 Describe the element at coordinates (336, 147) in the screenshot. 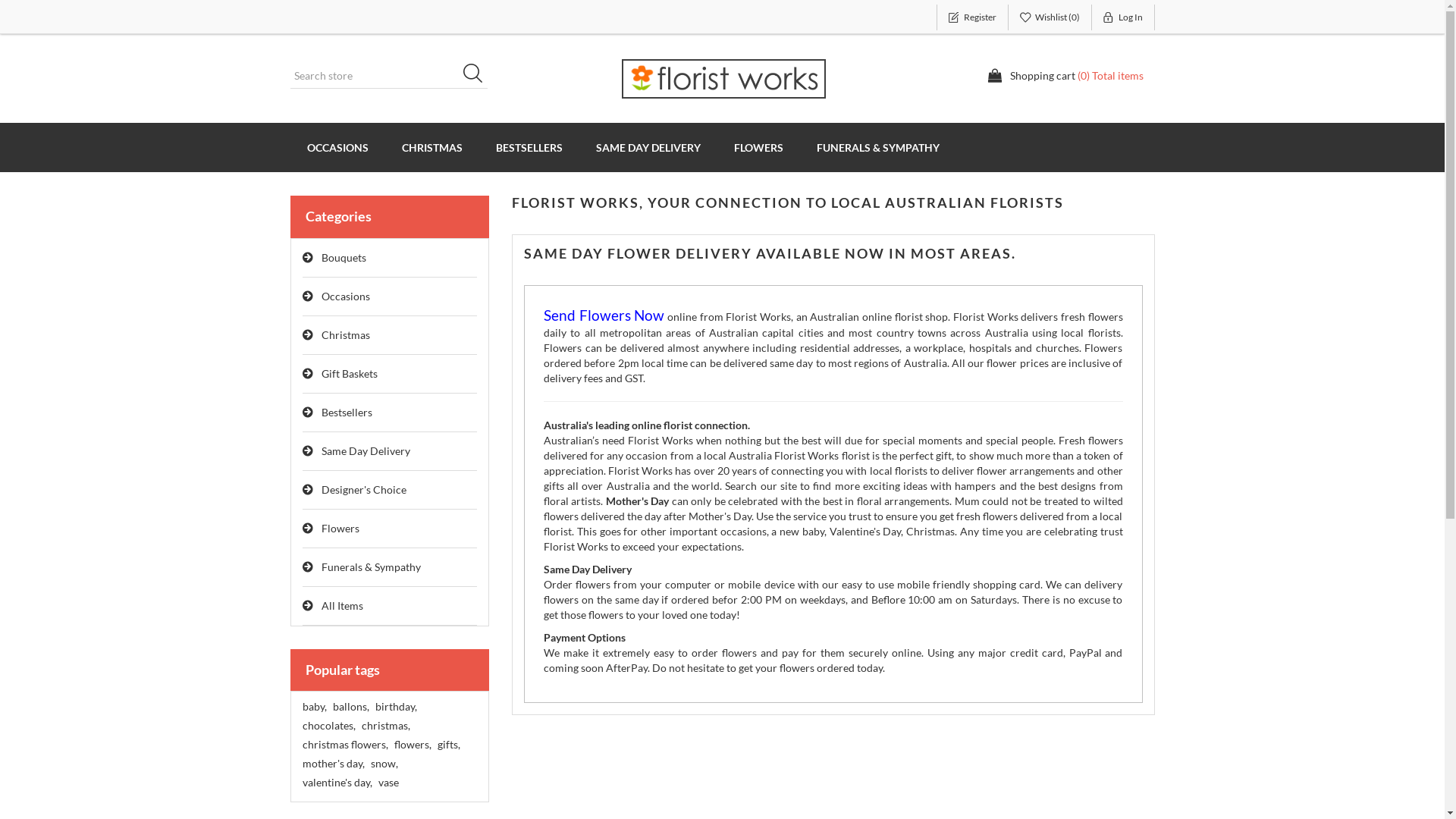

I see `'OCCASIONS'` at that location.